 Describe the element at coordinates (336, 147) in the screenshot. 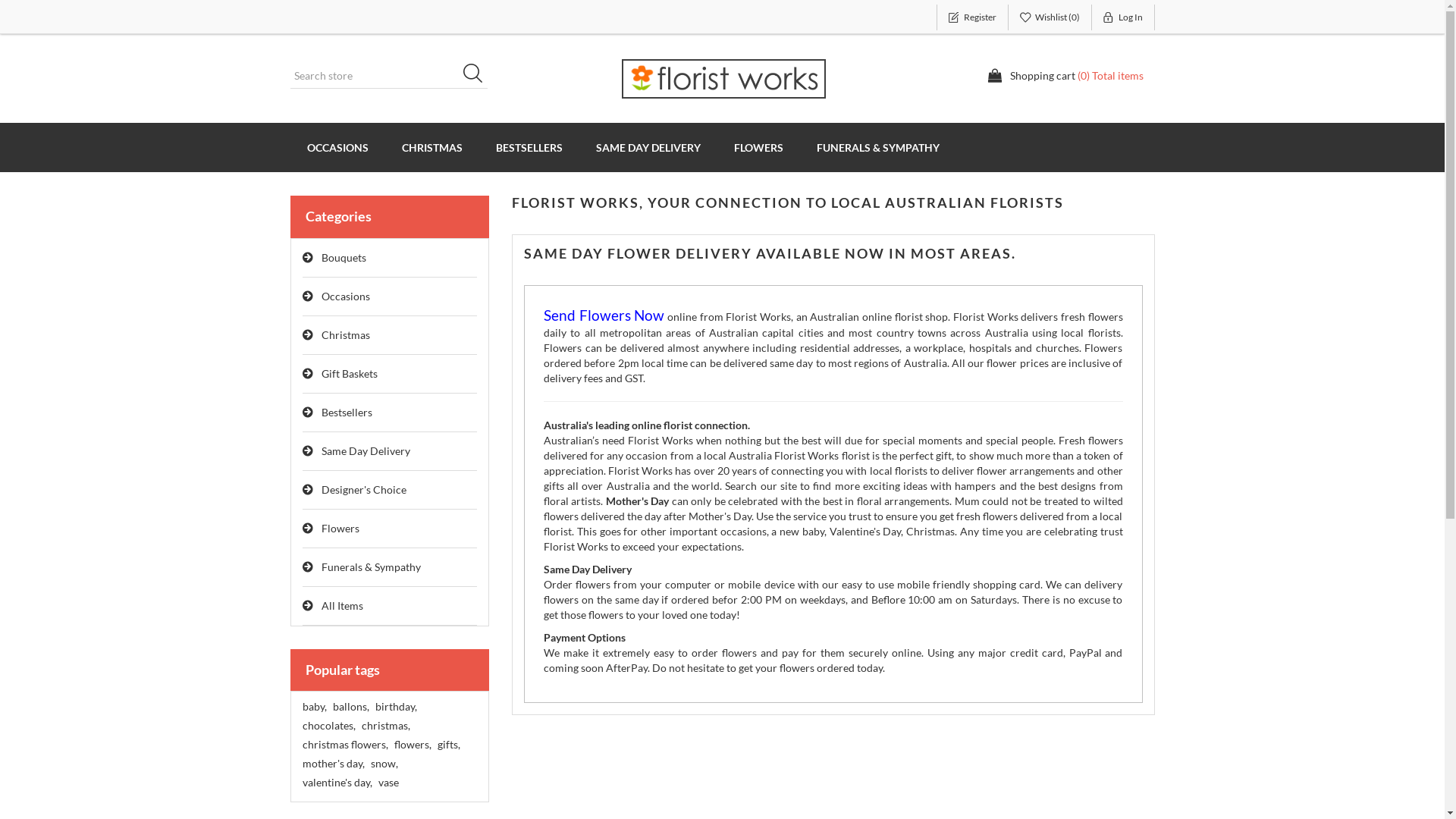

I see `'OCCASIONS'` at that location.